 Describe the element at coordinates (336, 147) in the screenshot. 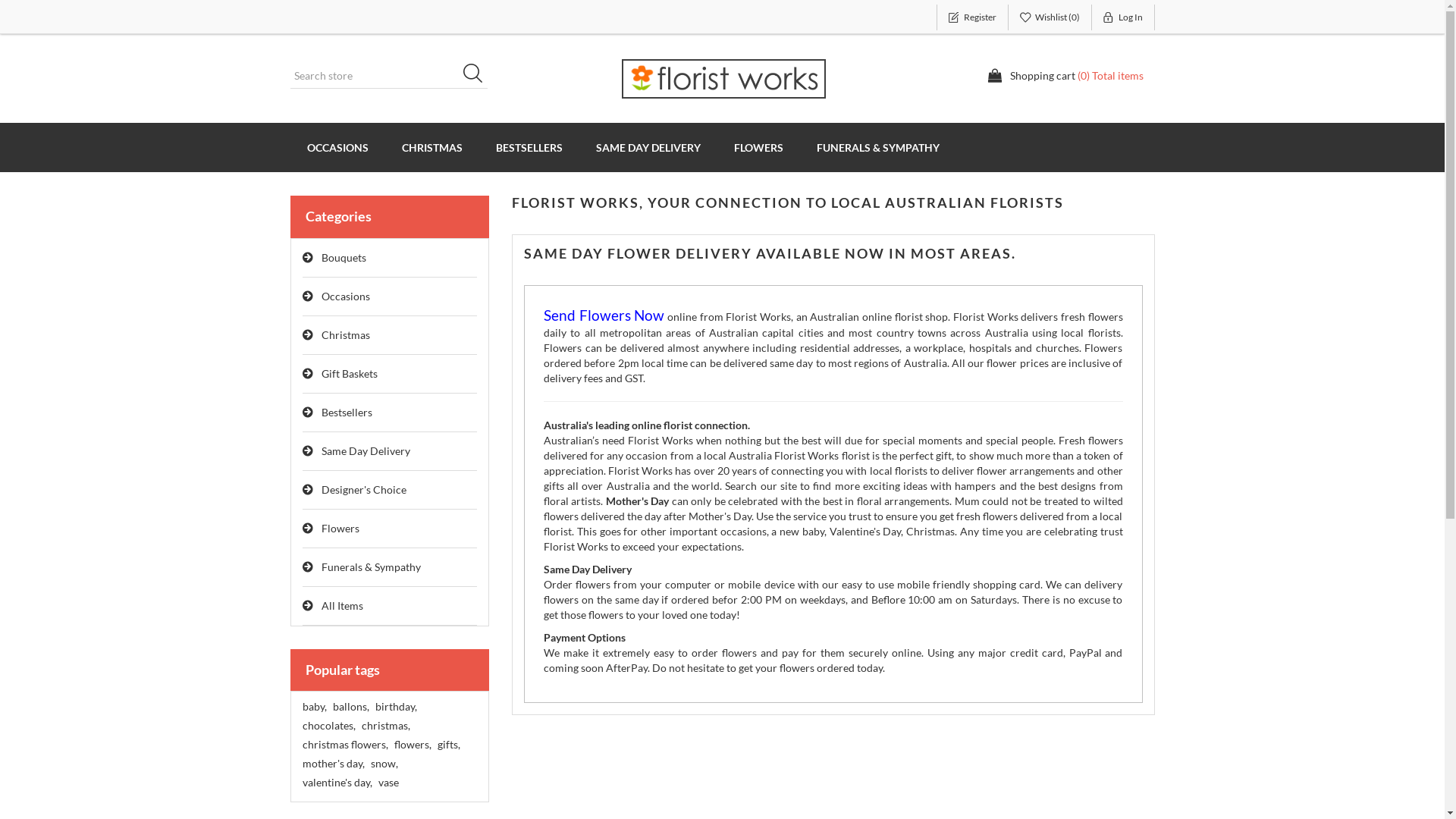

I see `'OCCASIONS'` at that location.